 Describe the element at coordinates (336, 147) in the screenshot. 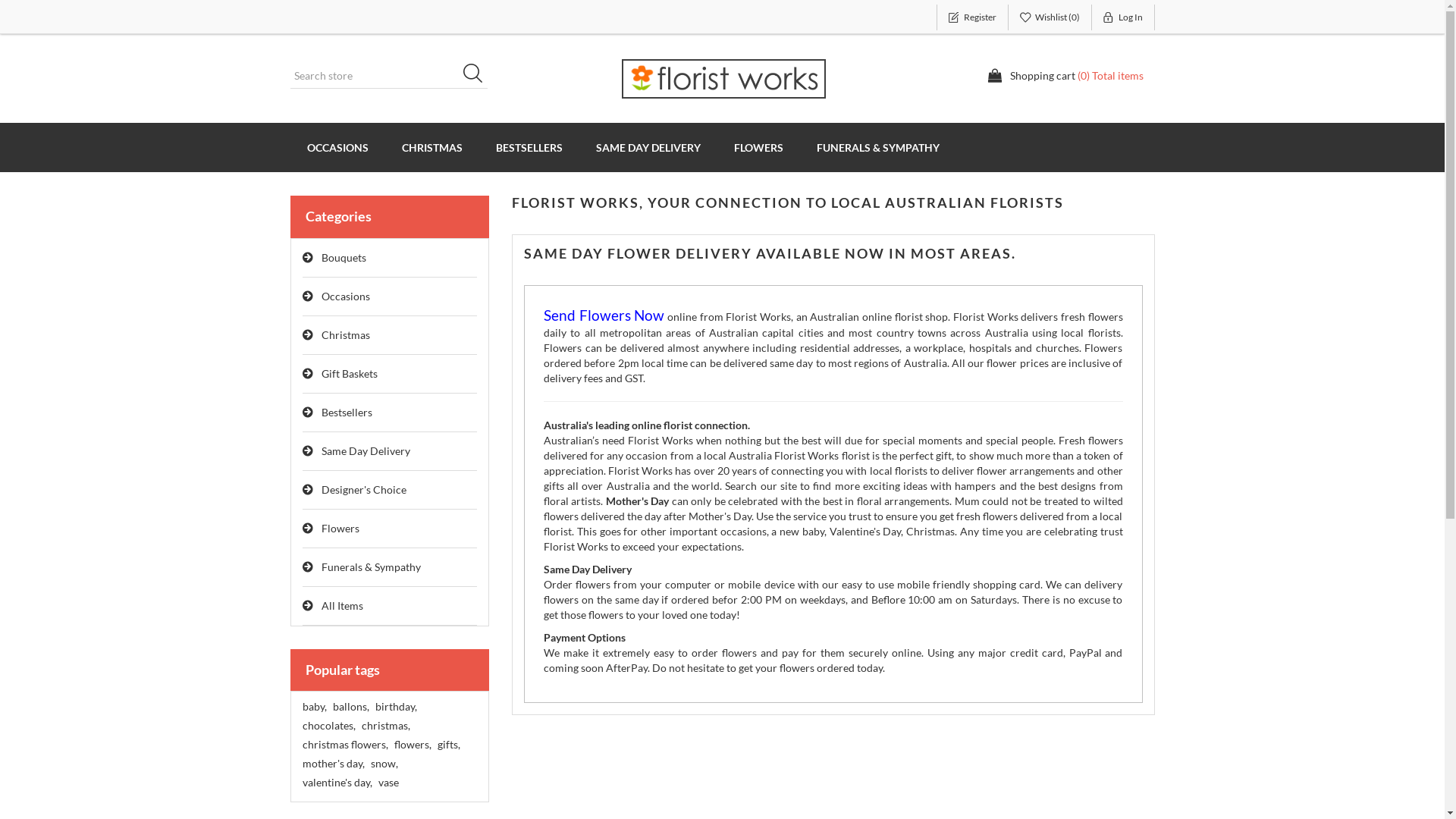

I see `'OCCASIONS'` at that location.